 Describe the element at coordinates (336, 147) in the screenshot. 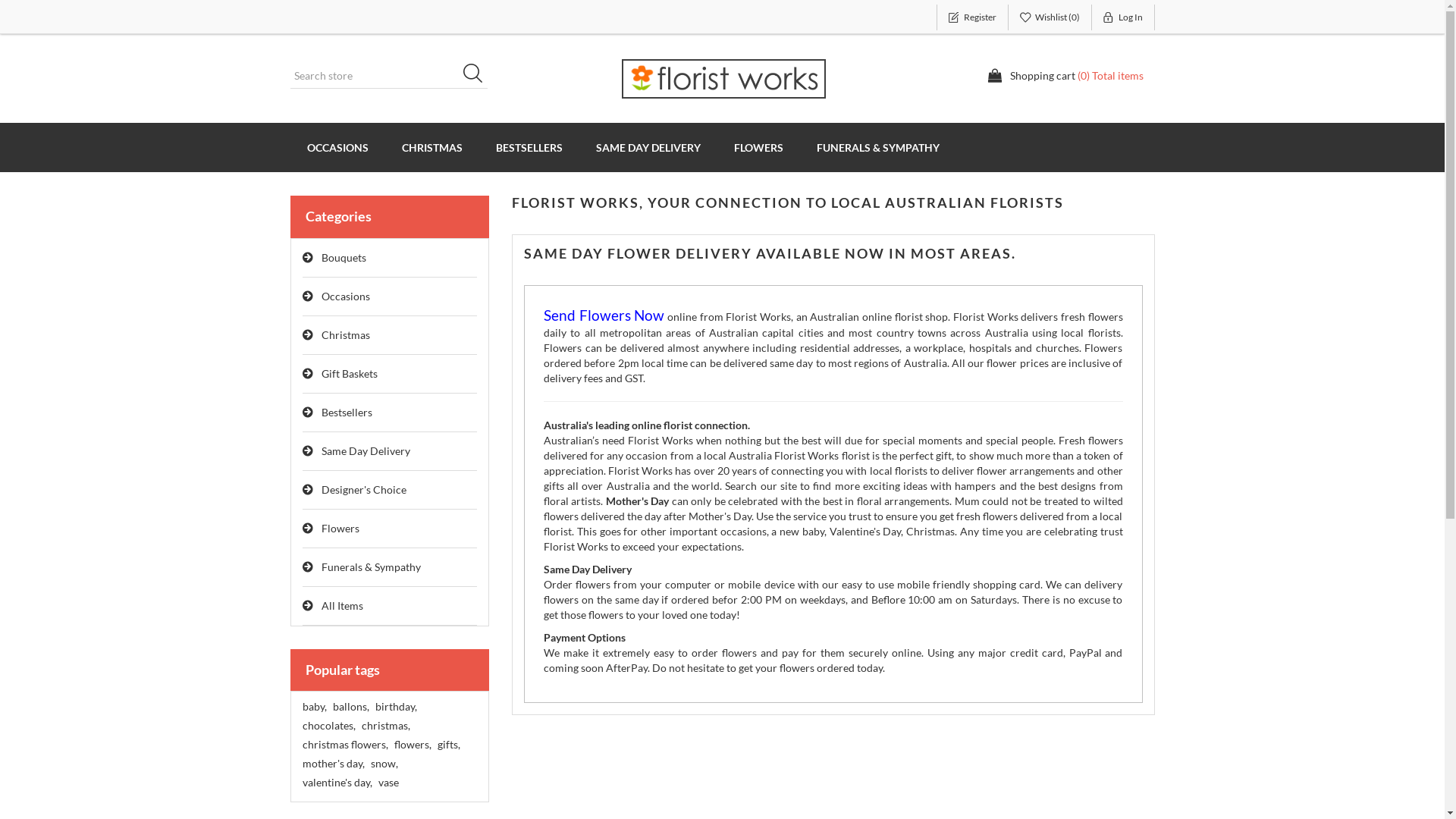

I see `'OCCASIONS'` at that location.